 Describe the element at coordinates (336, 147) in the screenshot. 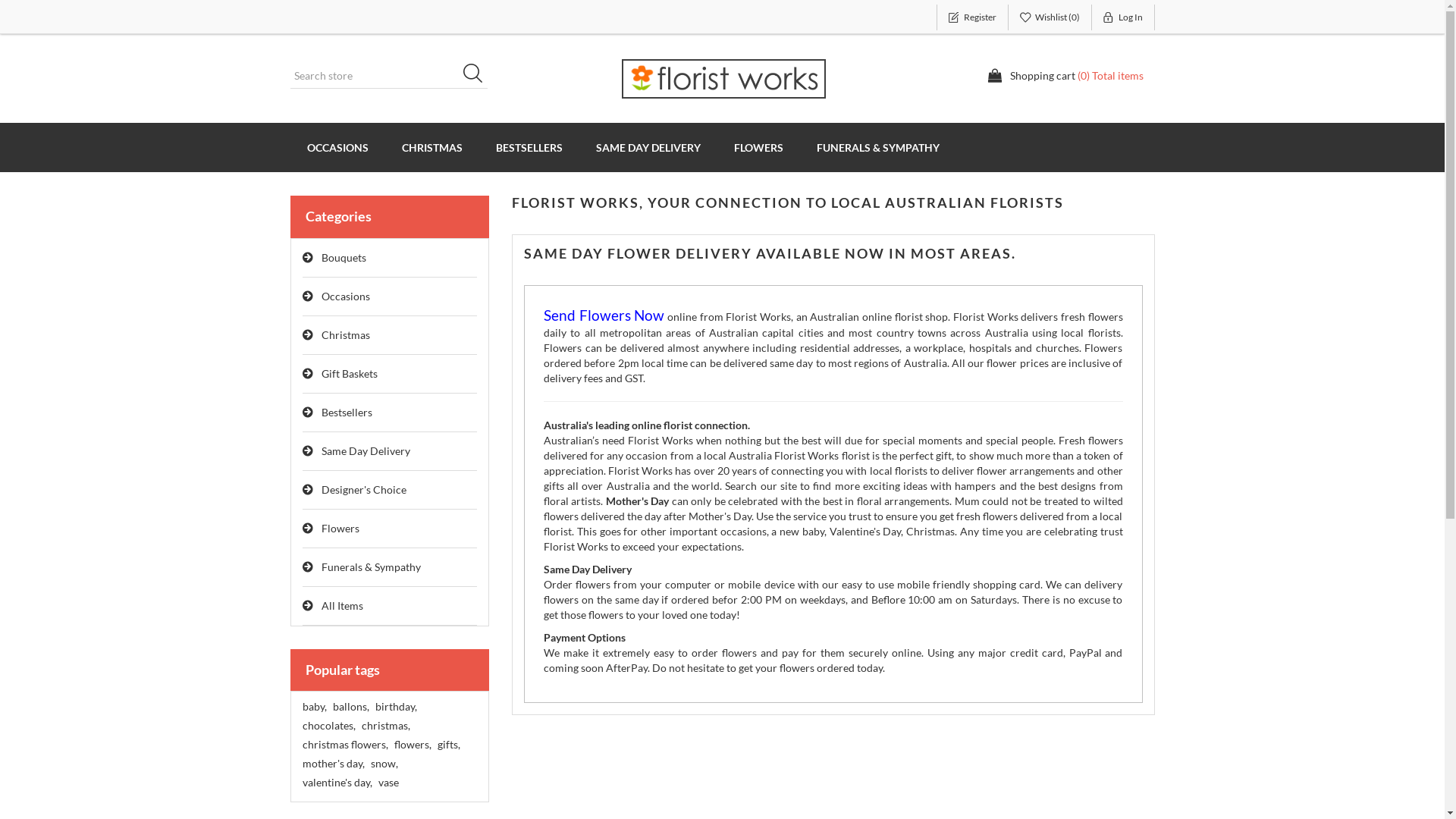

I see `'OCCASIONS'` at that location.